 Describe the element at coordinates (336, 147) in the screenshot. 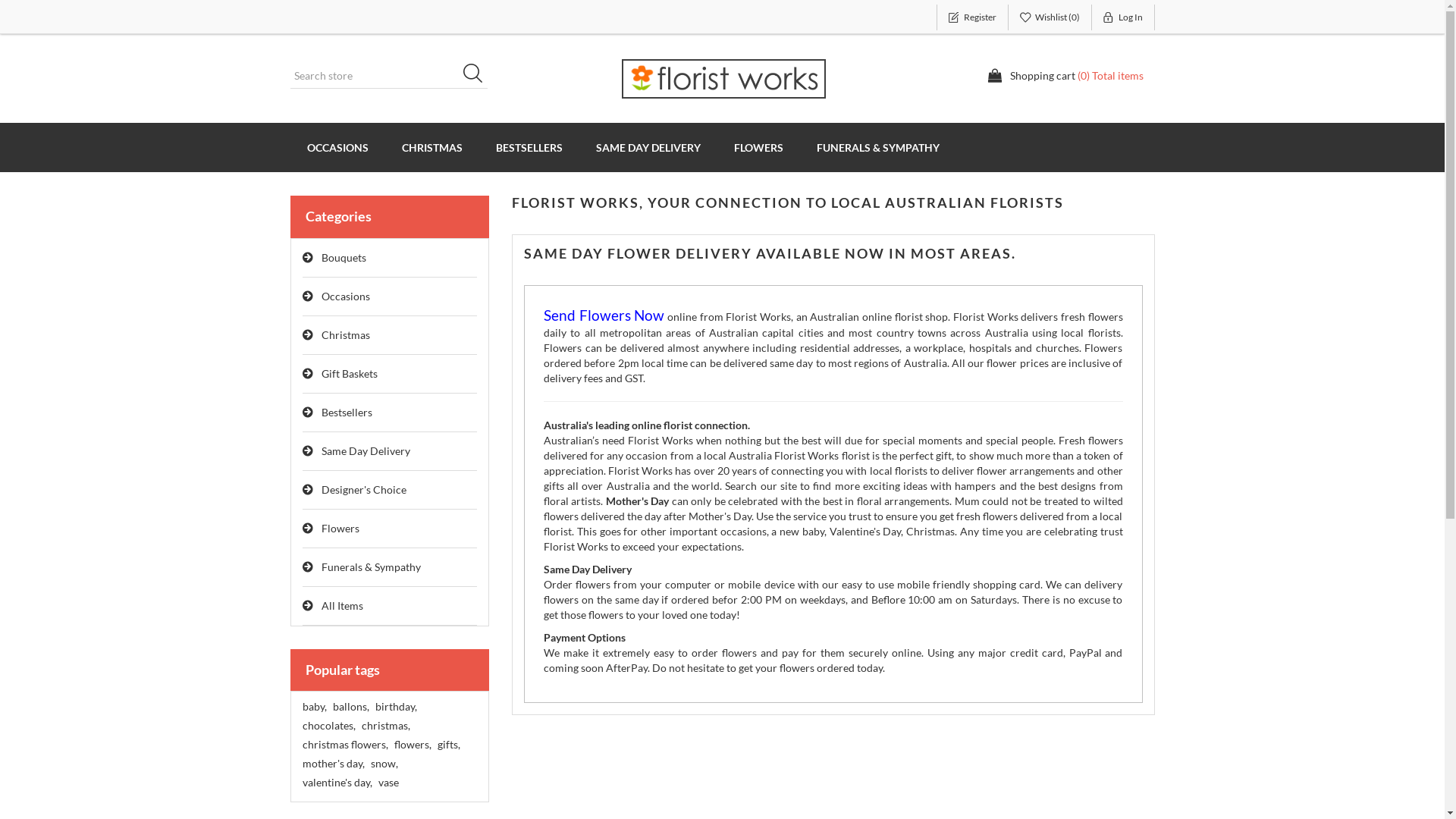

I see `'OCCASIONS'` at that location.